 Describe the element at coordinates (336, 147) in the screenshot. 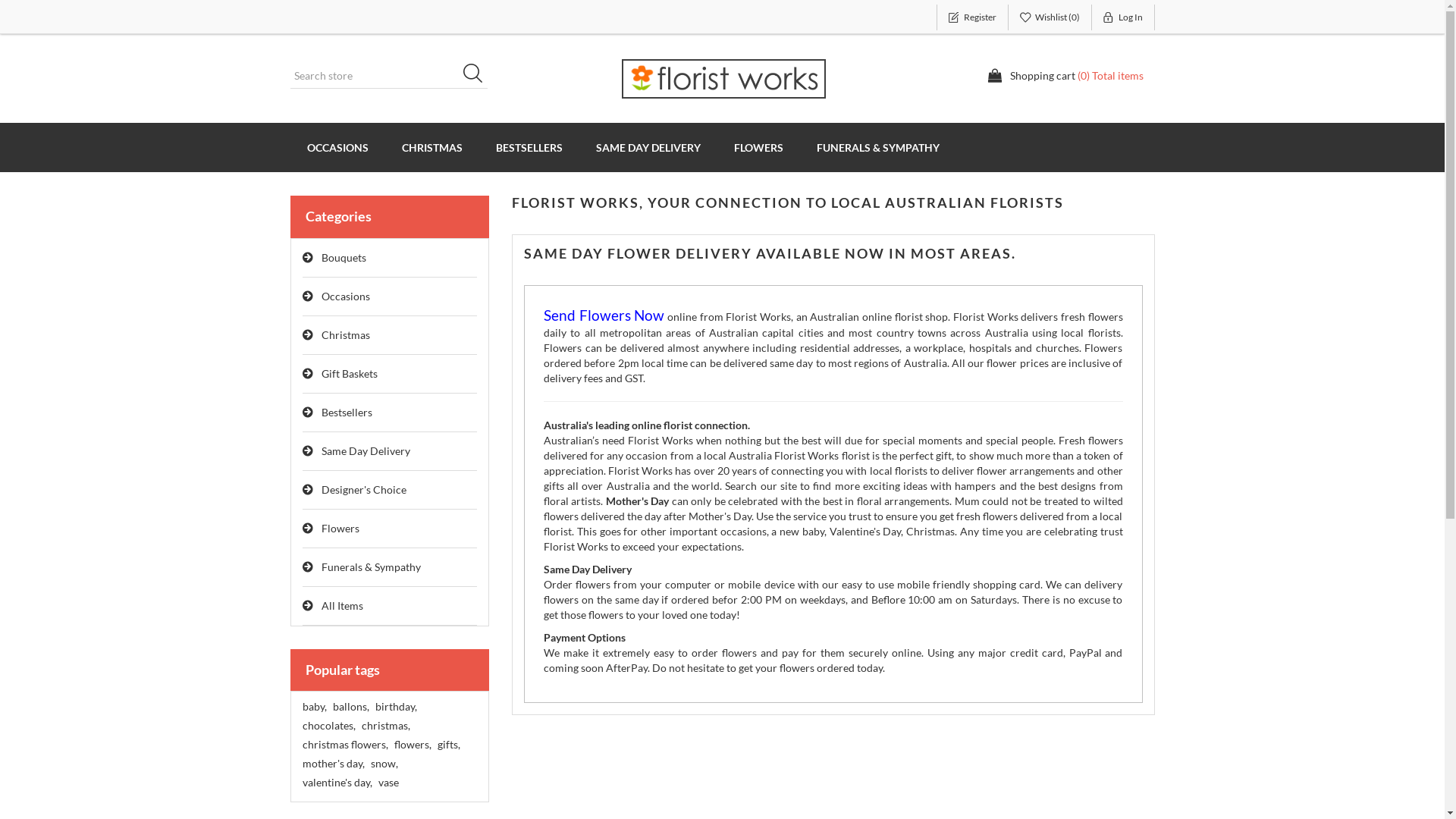

I see `'OCCASIONS'` at that location.